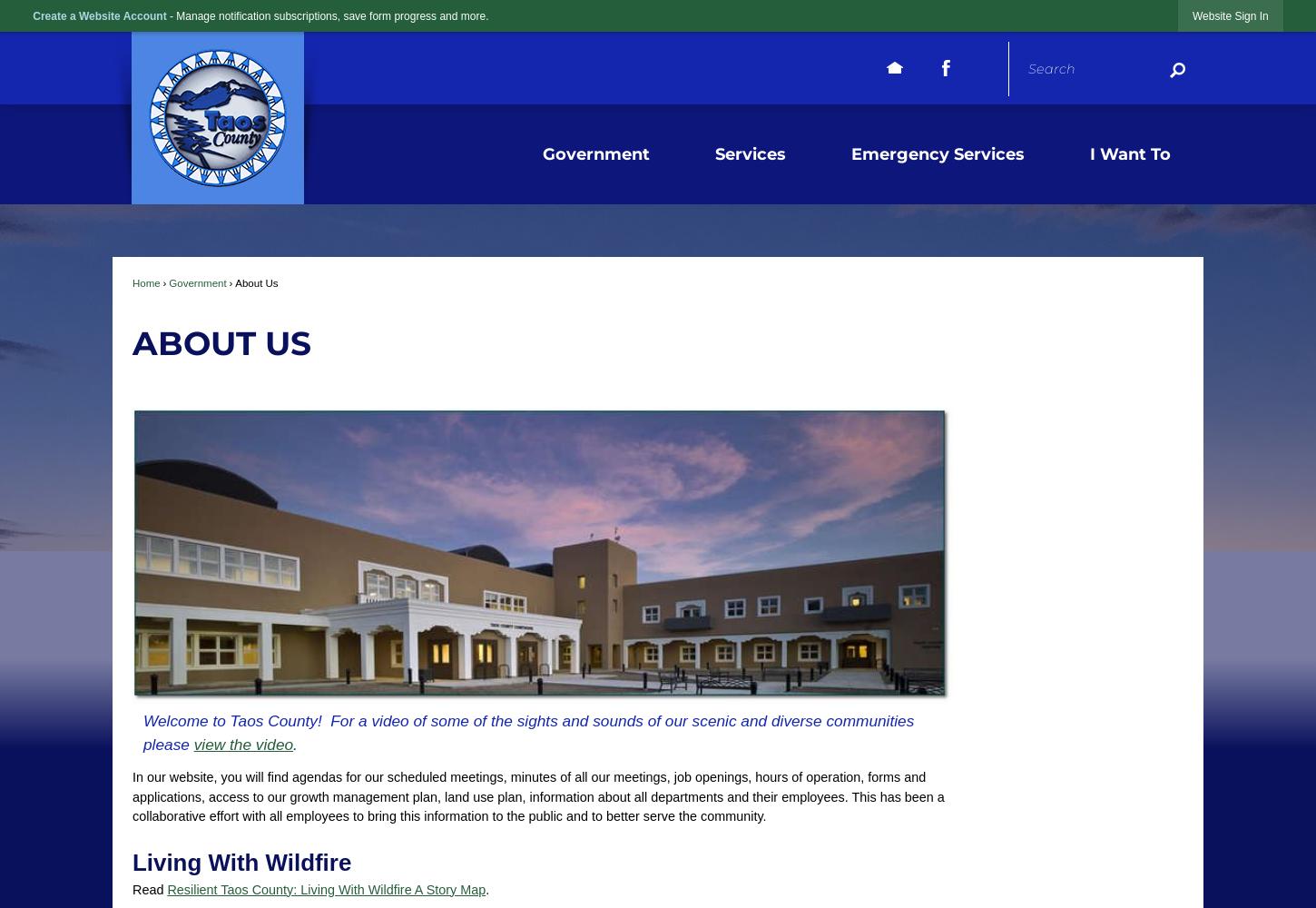 Image resolution: width=1316 pixels, height=908 pixels. Describe the element at coordinates (131, 796) in the screenshot. I see `'In our website, you will find agendas for our scheduled meetings, minutes of all our meetings, job openings, hours of operation, forms and applications, access to our growth management plan, land use plan, information about all departments and their employees. This has been a collaborative effort with all employees to bring this information to the public and to better serve the community.'` at that location.